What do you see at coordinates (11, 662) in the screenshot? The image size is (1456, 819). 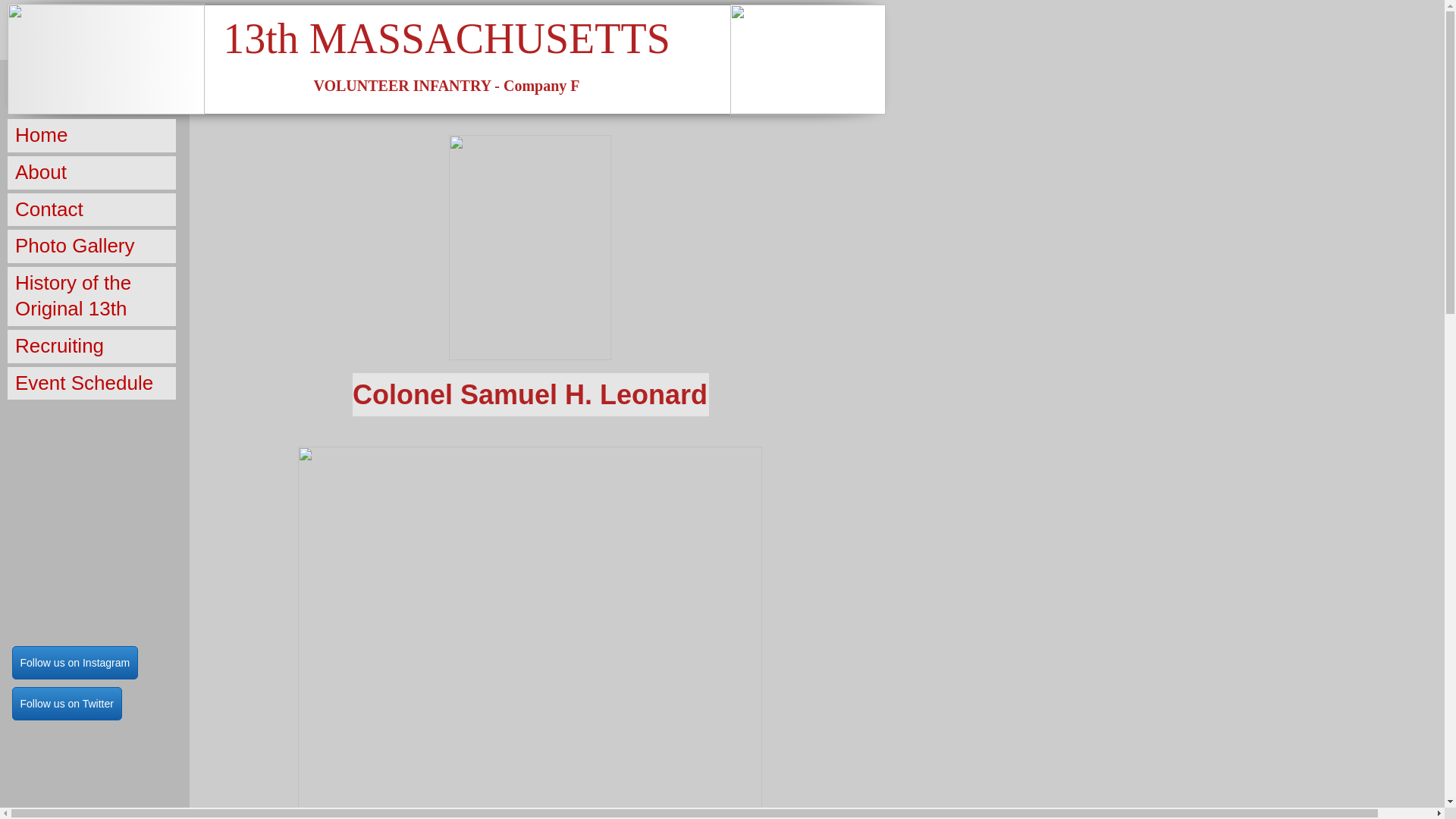 I see `'Follow us on Instagram'` at bounding box center [11, 662].